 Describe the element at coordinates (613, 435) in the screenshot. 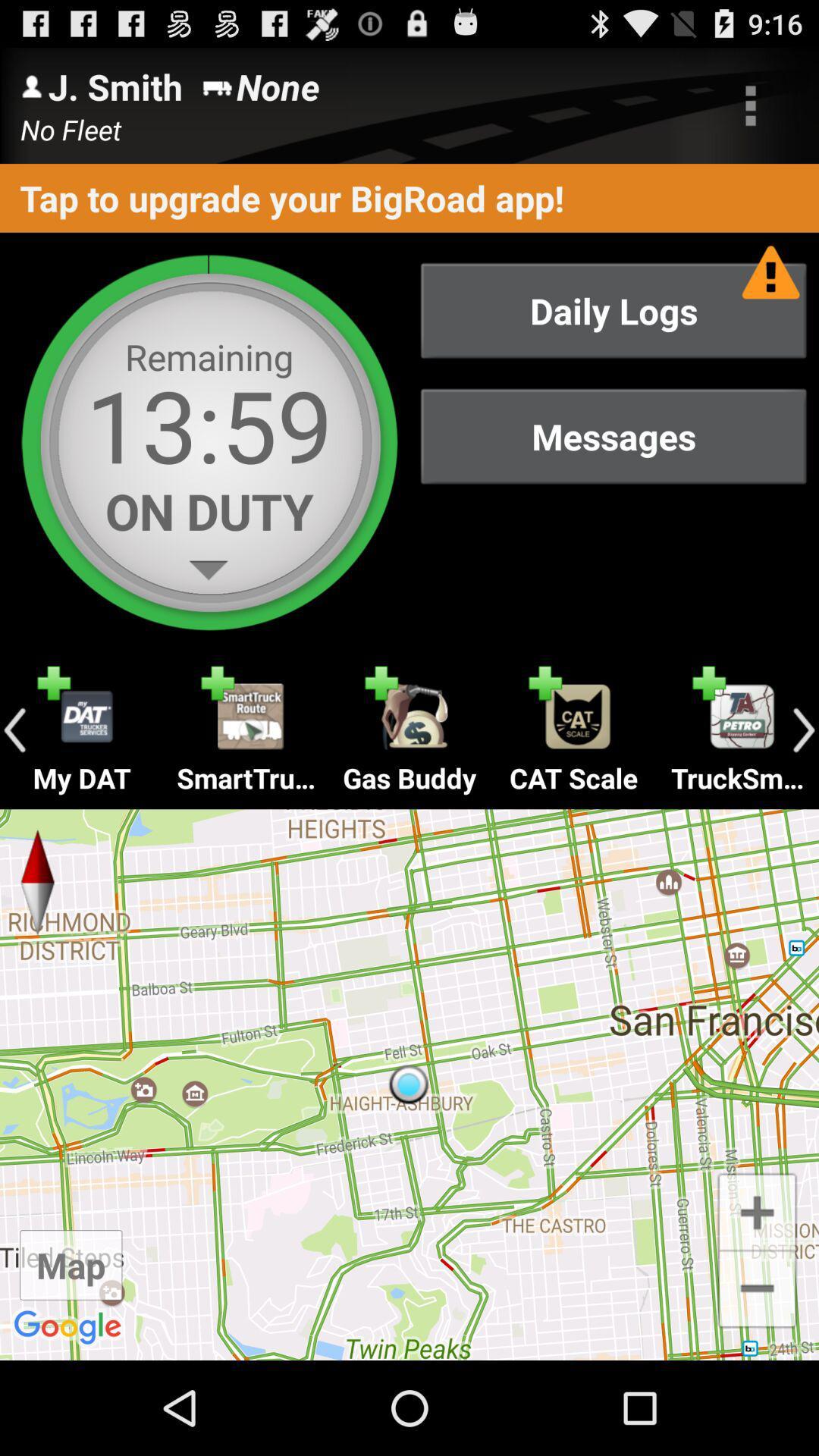

I see `messages button` at that location.